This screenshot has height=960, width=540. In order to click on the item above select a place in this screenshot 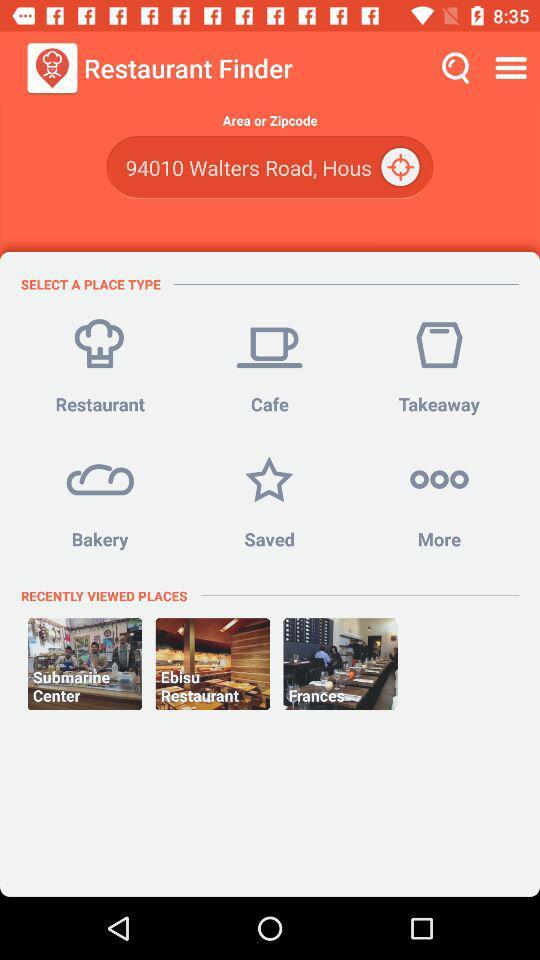, I will do `click(269, 166)`.